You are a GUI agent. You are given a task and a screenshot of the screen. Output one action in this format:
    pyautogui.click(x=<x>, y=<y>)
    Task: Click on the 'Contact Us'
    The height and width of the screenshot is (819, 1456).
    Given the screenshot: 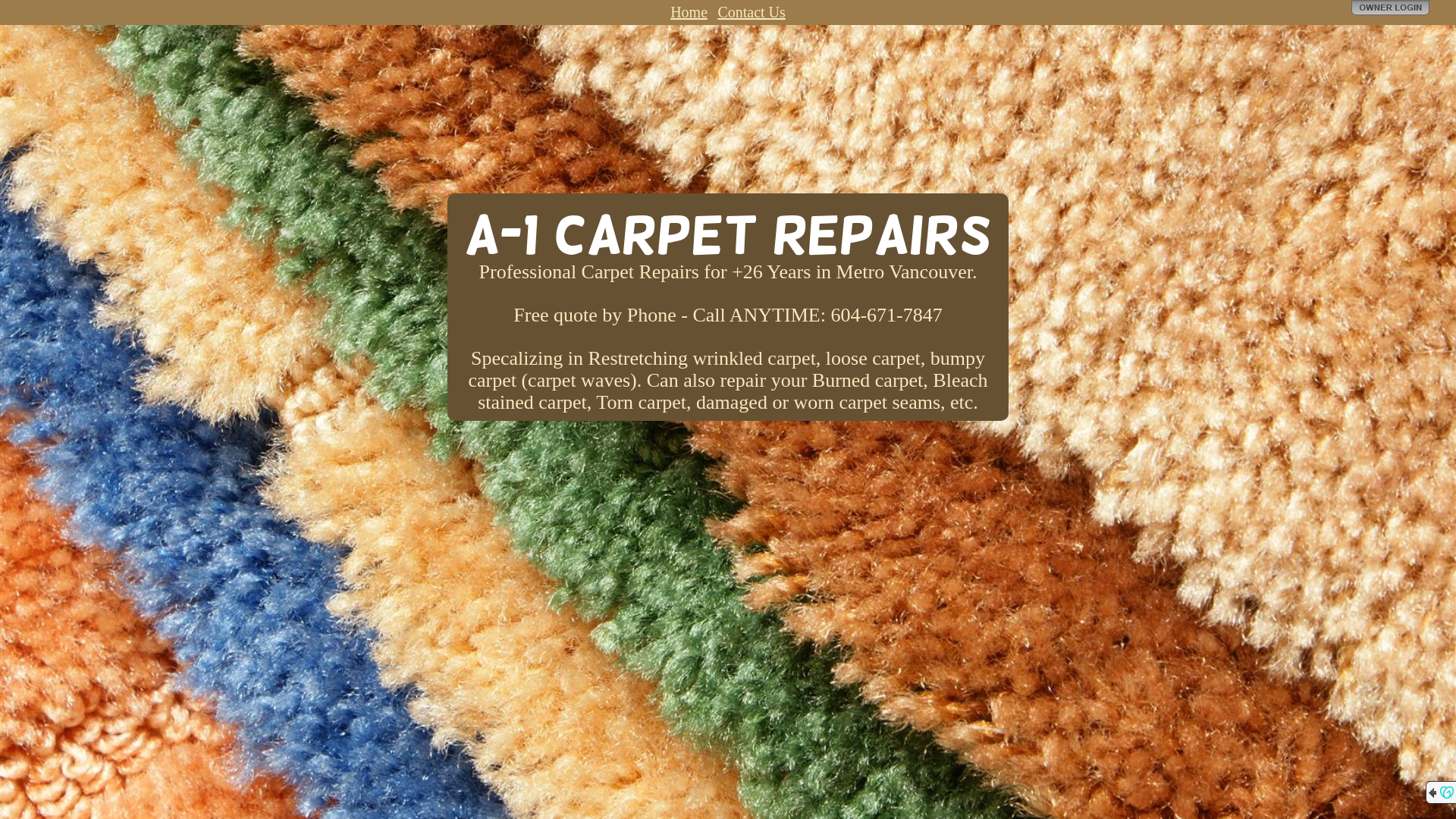 What is the action you would take?
    pyautogui.click(x=751, y=11)
    